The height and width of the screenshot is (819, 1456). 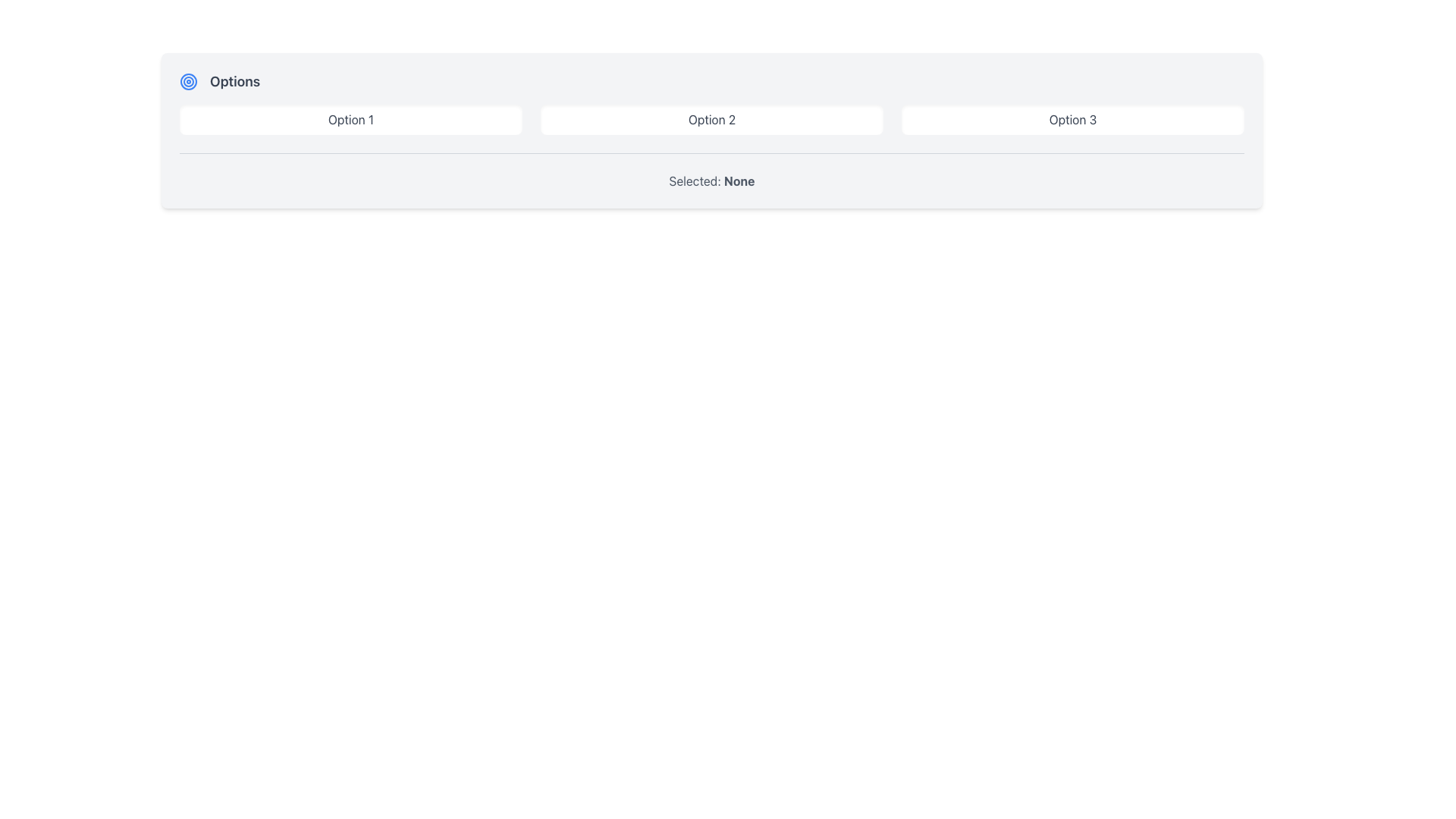 What do you see at coordinates (234, 82) in the screenshot?
I see `the 'Options' text label, which is a gray, bold label located near the top-left of the interface, to the right of a circular blue target icon` at bounding box center [234, 82].